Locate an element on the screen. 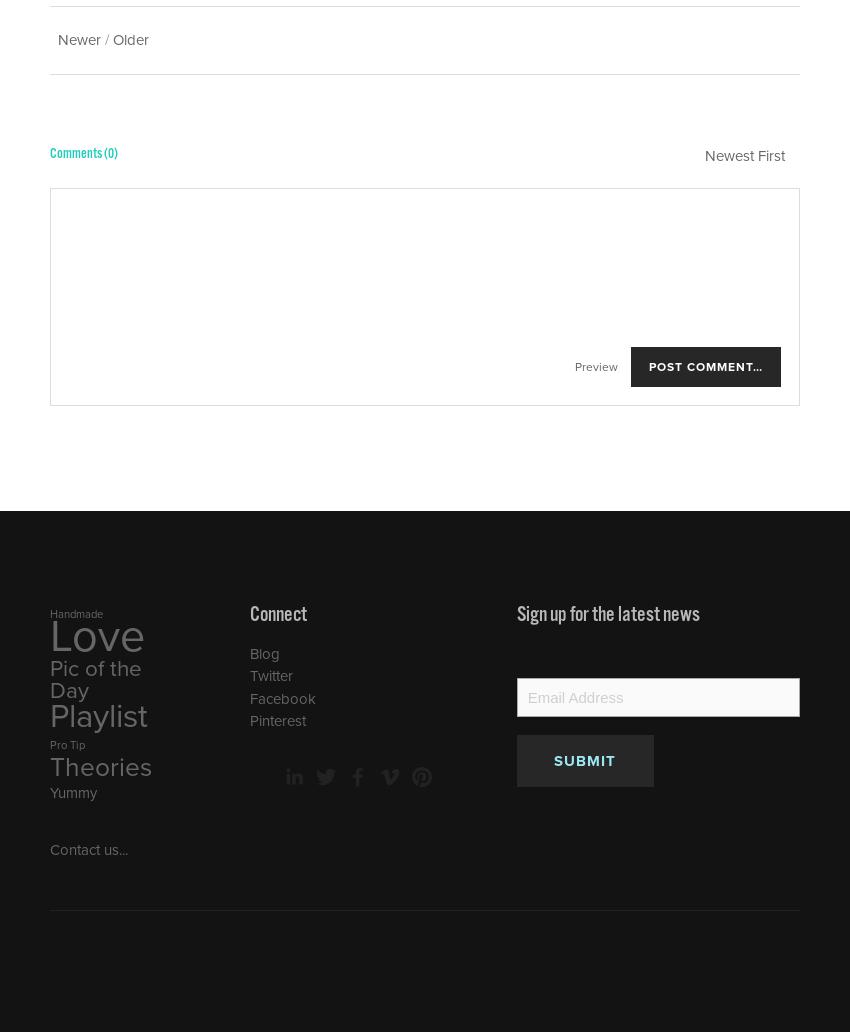 The image size is (850, 1032). 'Handmade' is located at coordinates (76, 613).